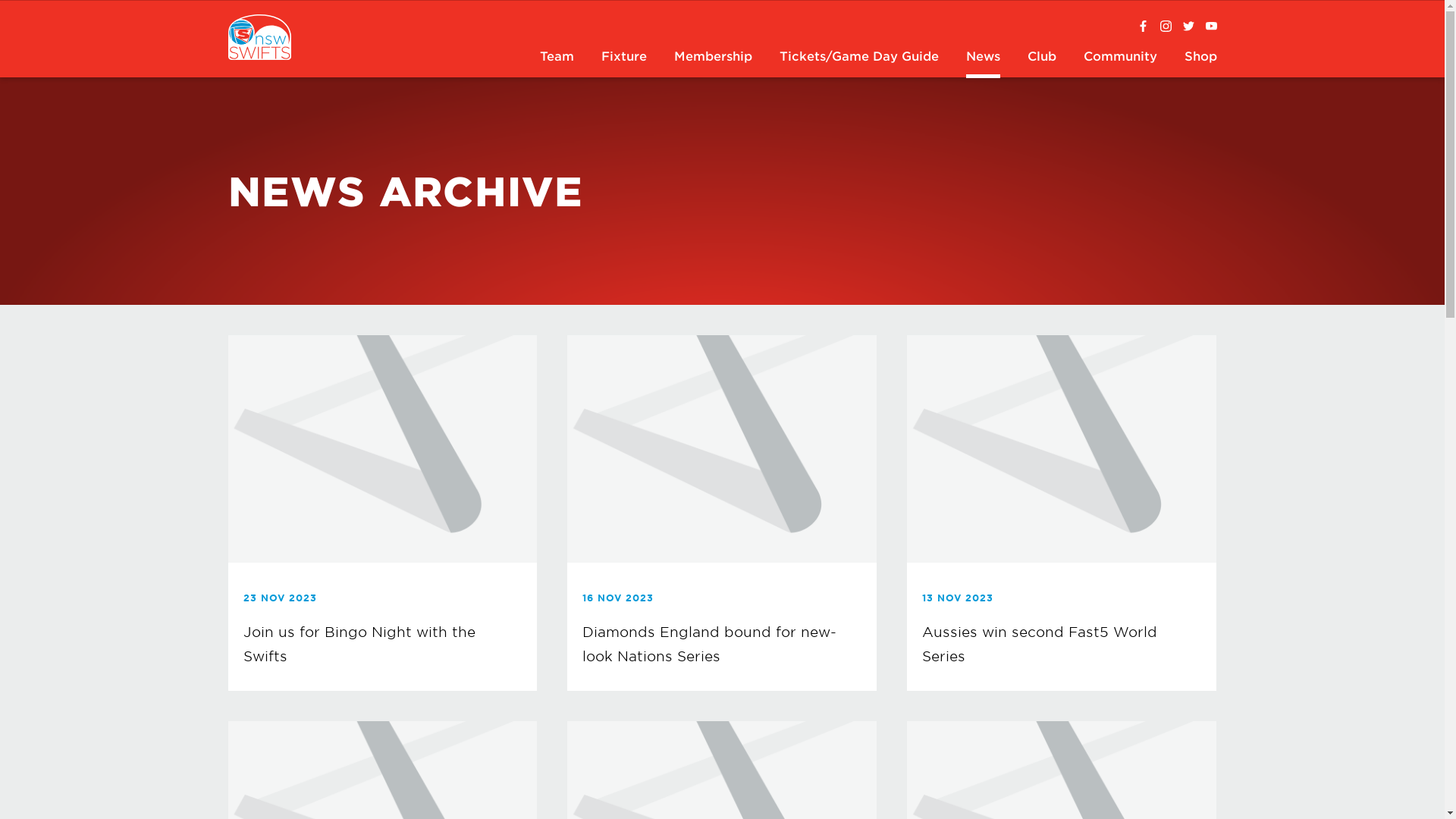  Describe the element at coordinates (858, 57) in the screenshot. I see `'Tickets/Game Day Guide'` at that location.